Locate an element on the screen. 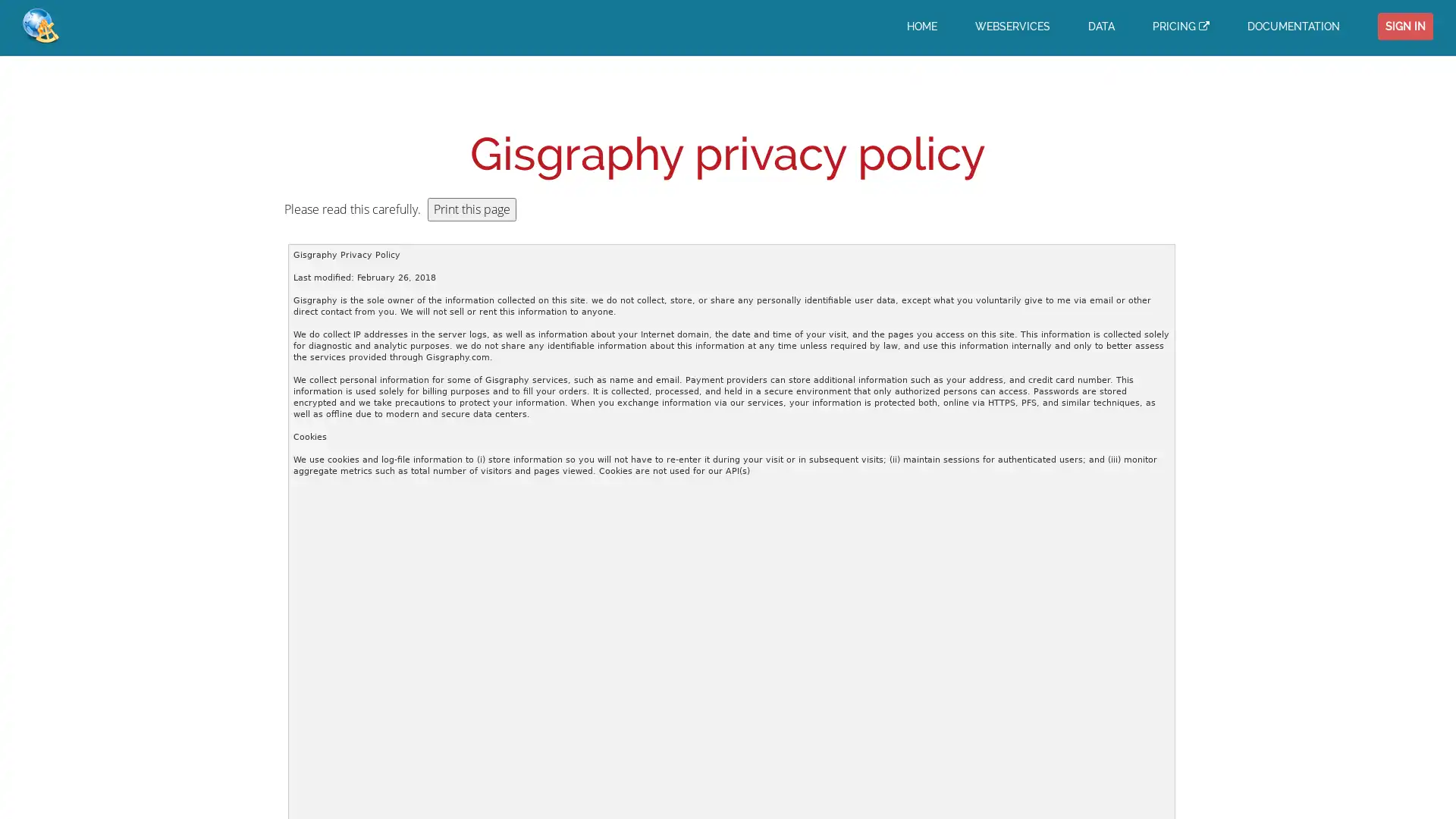  Print this page is located at coordinates (471, 209).